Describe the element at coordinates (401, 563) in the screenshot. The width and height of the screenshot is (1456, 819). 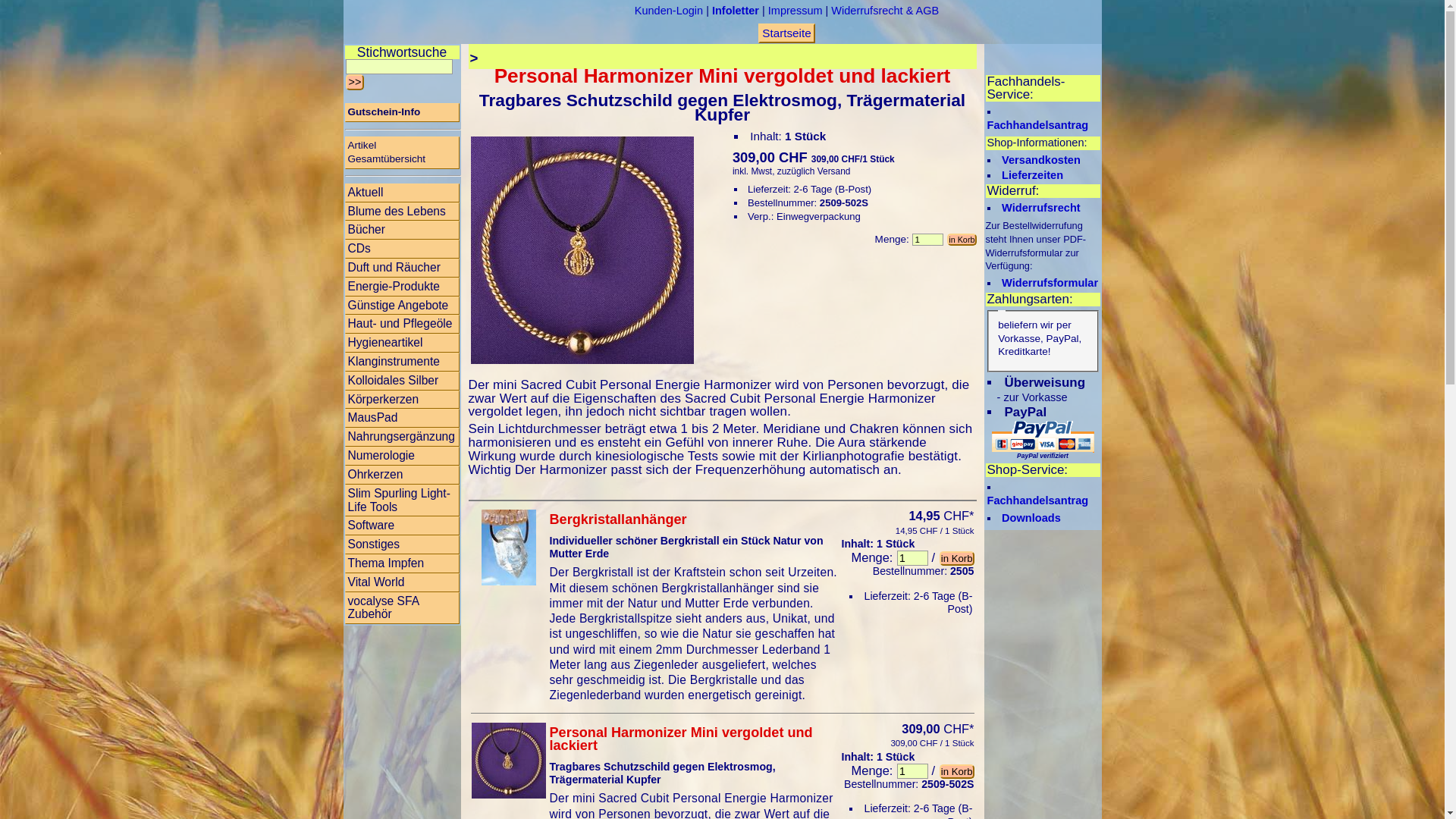
I see `'Thema Impfen'` at that location.